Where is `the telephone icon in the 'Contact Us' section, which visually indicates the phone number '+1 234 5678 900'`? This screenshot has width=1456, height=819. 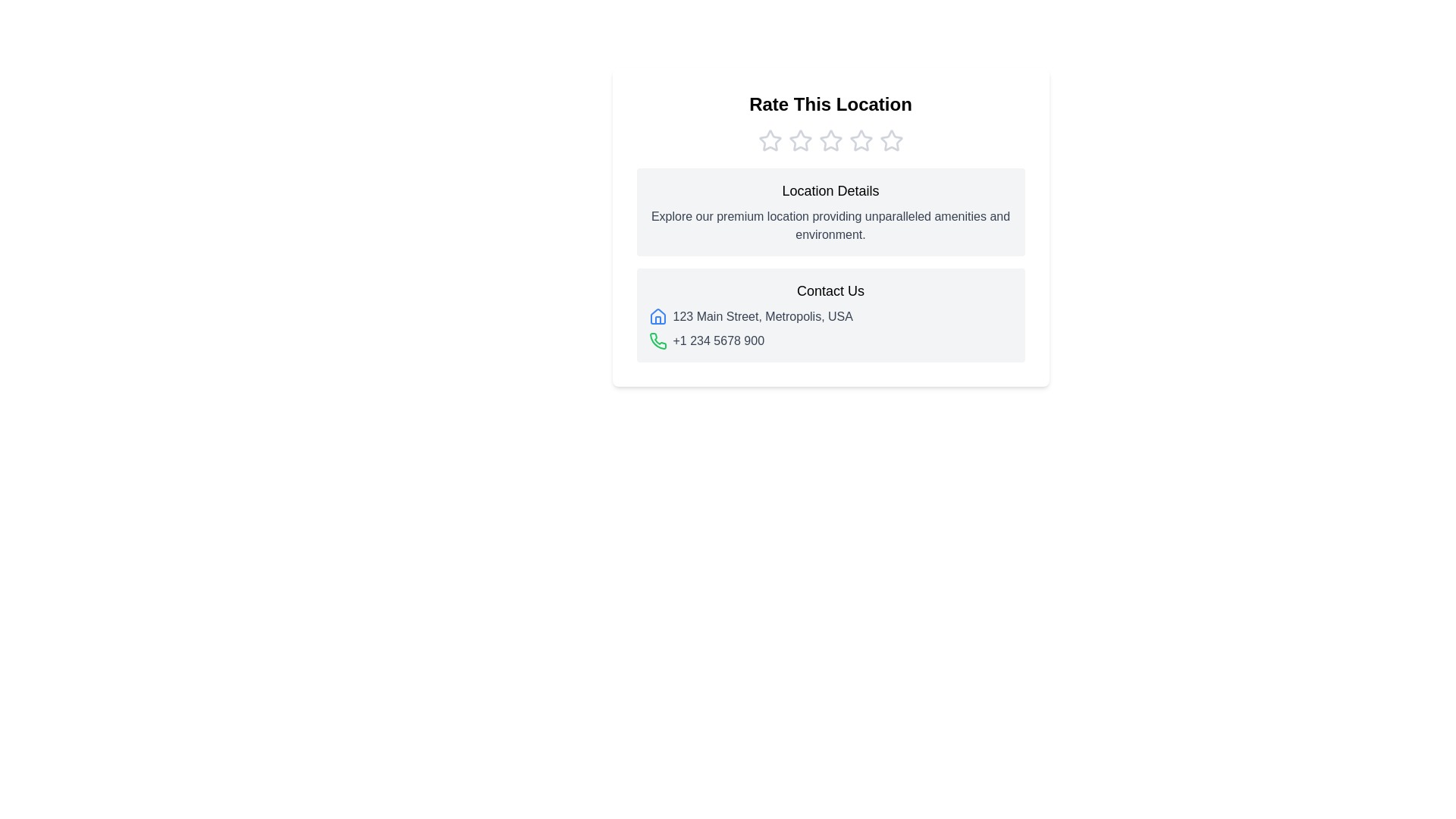
the telephone icon in the 'Contact Us' section, which visually indicates the phone number '+1 234 5678 900' is located at coordinates (657, 340).